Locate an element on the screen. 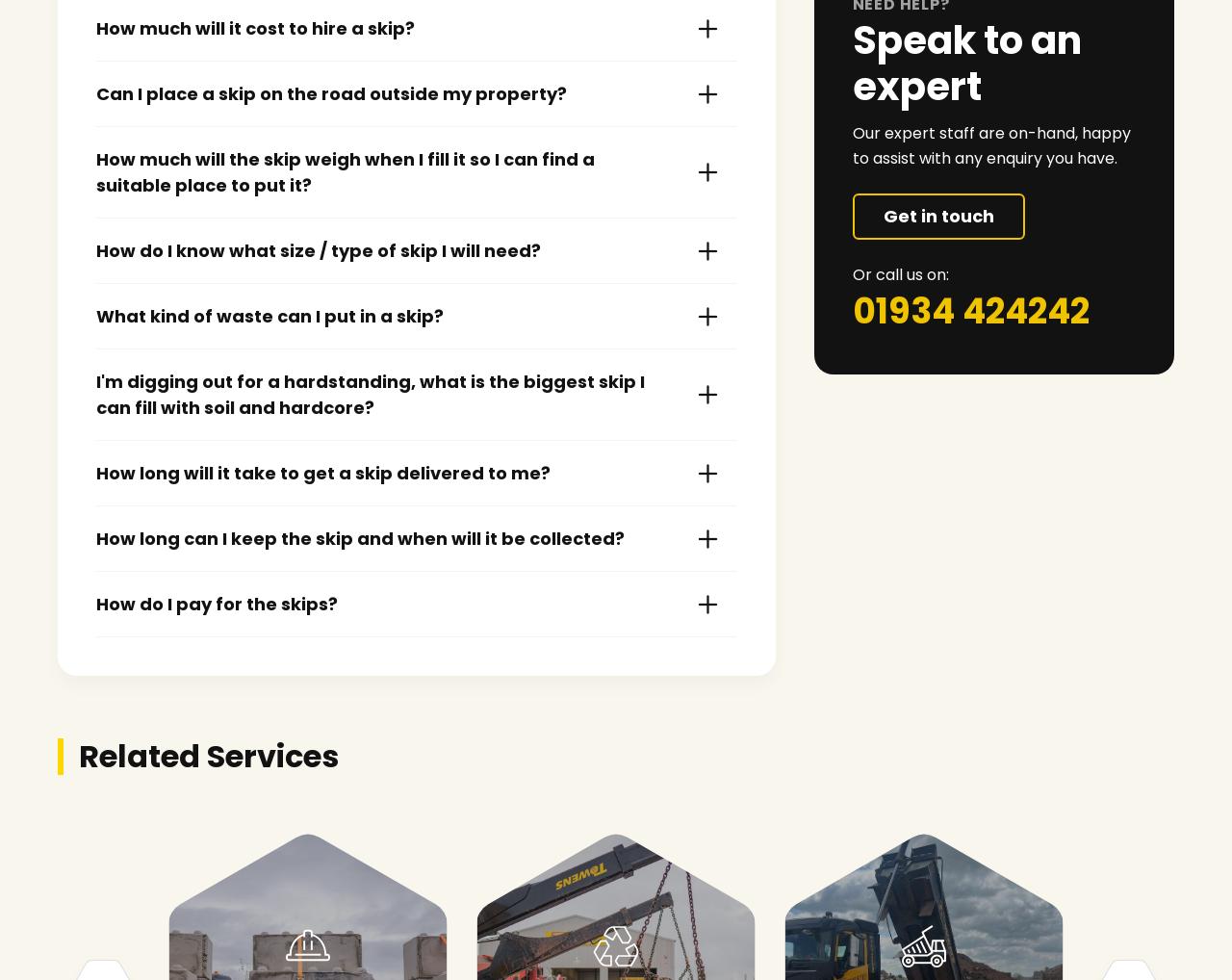 The image size is (1232, 980). 'Get in touch' is located at coordinates (937, 215).